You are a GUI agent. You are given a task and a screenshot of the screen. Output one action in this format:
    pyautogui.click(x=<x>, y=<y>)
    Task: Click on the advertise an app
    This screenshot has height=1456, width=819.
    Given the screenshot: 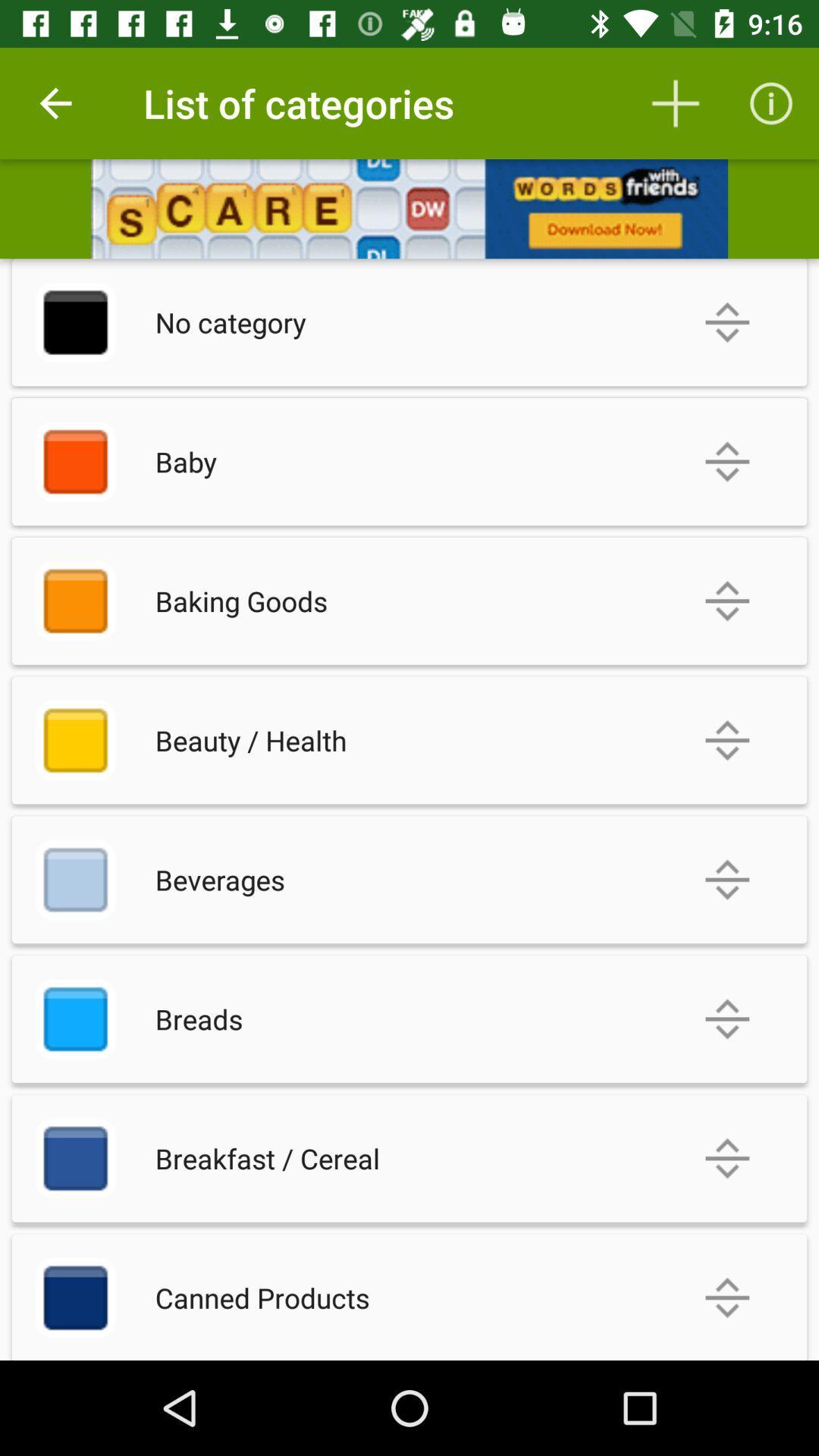 What is the action you would take?
    pyautogui.click(x=409, y=208)
    